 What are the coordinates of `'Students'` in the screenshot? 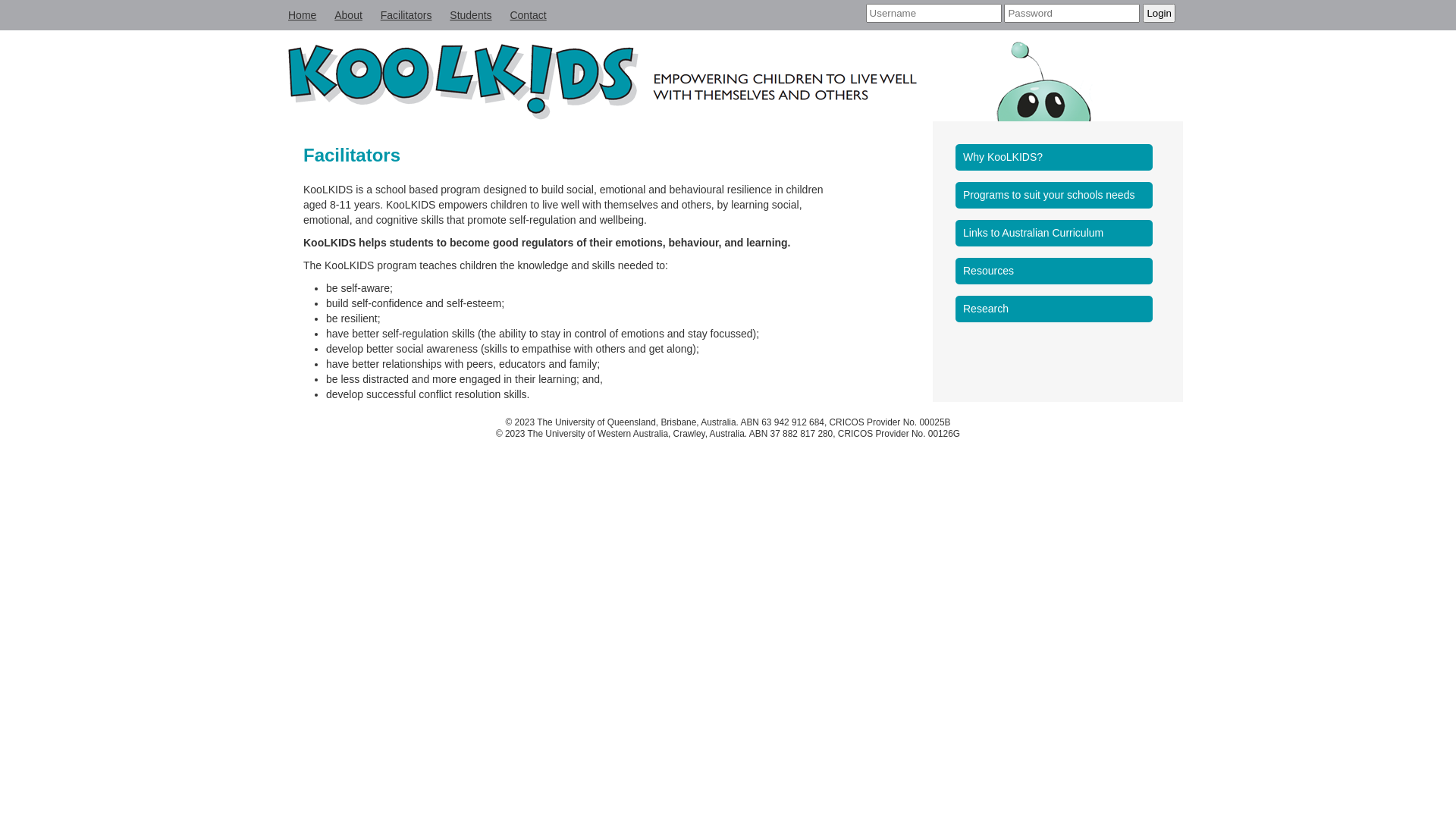 It's located at (469, 14).